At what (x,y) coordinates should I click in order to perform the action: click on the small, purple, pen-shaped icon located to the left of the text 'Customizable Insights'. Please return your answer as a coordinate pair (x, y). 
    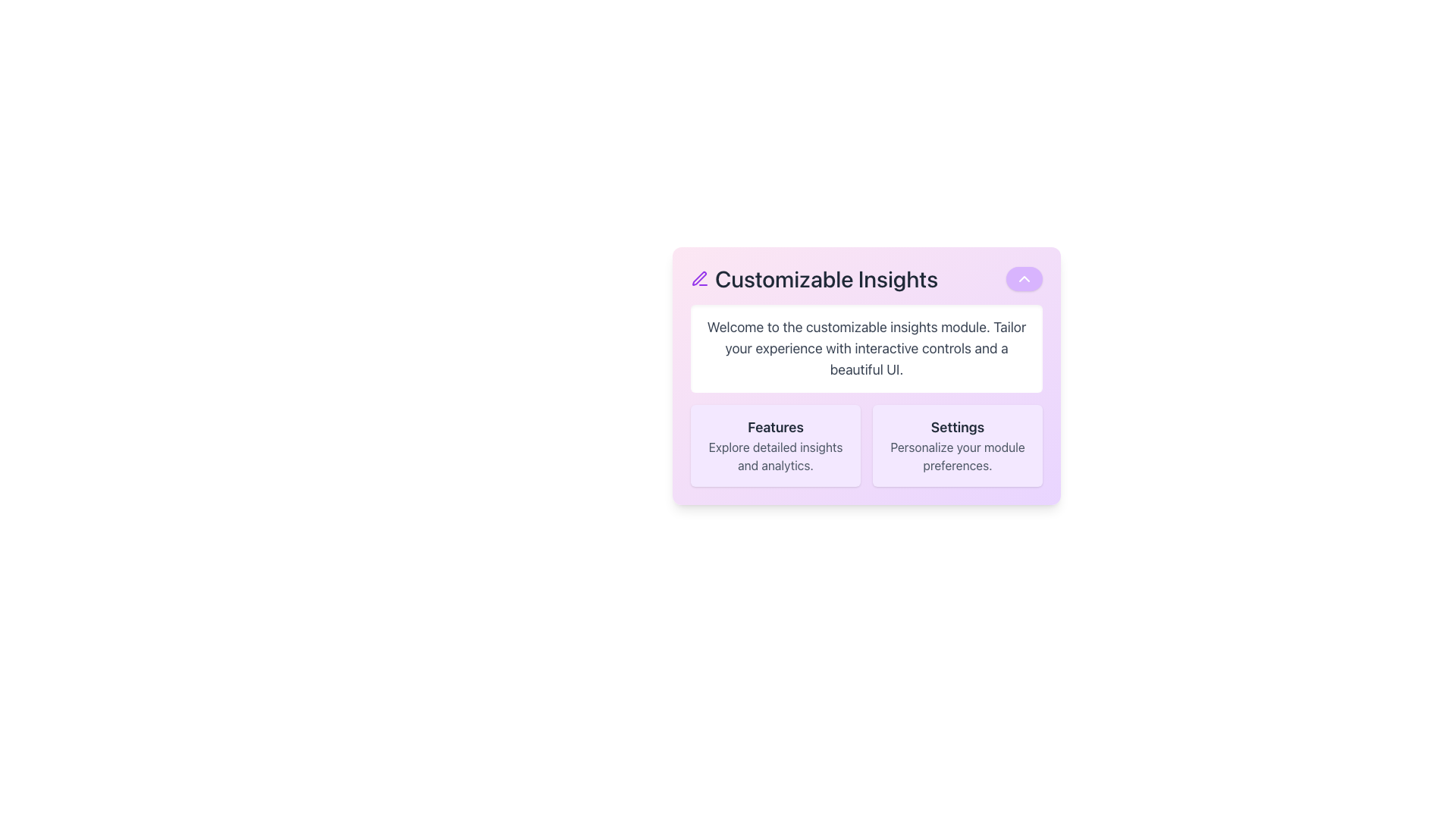
    Looking at the image, I should click on (698, 278).